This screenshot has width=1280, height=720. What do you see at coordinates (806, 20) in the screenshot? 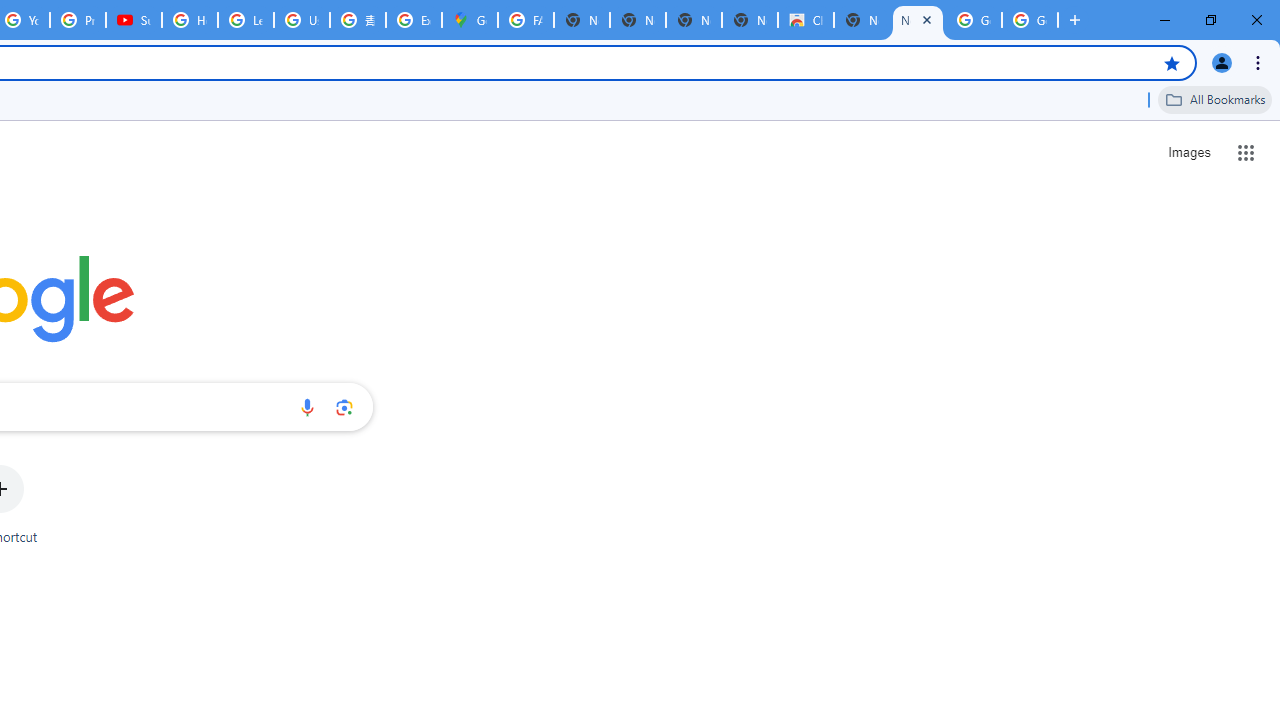
I see `'Chrome Web Store'` at bounding box center [806, 20].